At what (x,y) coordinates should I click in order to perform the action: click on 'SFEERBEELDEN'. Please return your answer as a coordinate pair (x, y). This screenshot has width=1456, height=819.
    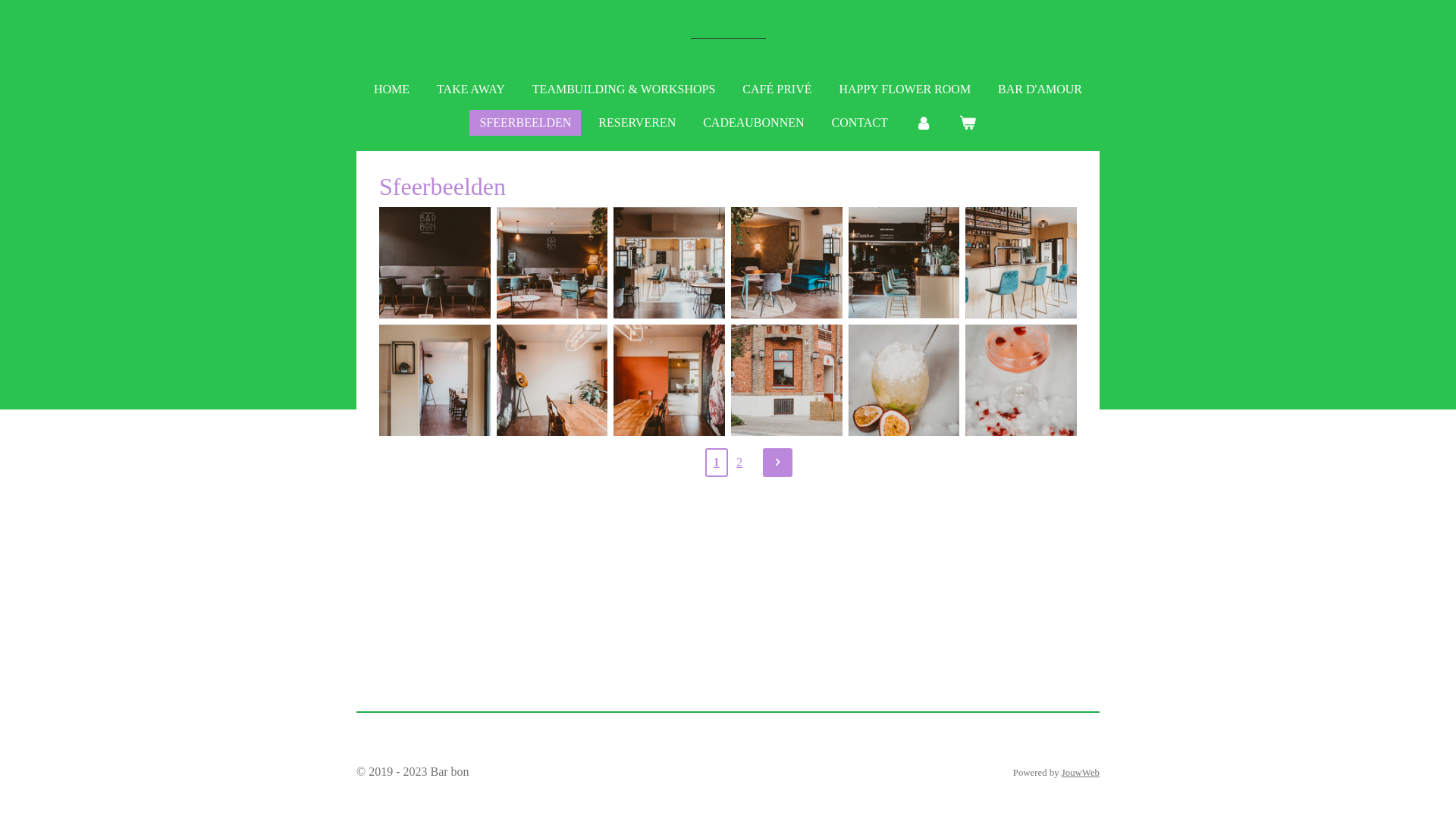
    Looking at the image, I should click on (469, 122).